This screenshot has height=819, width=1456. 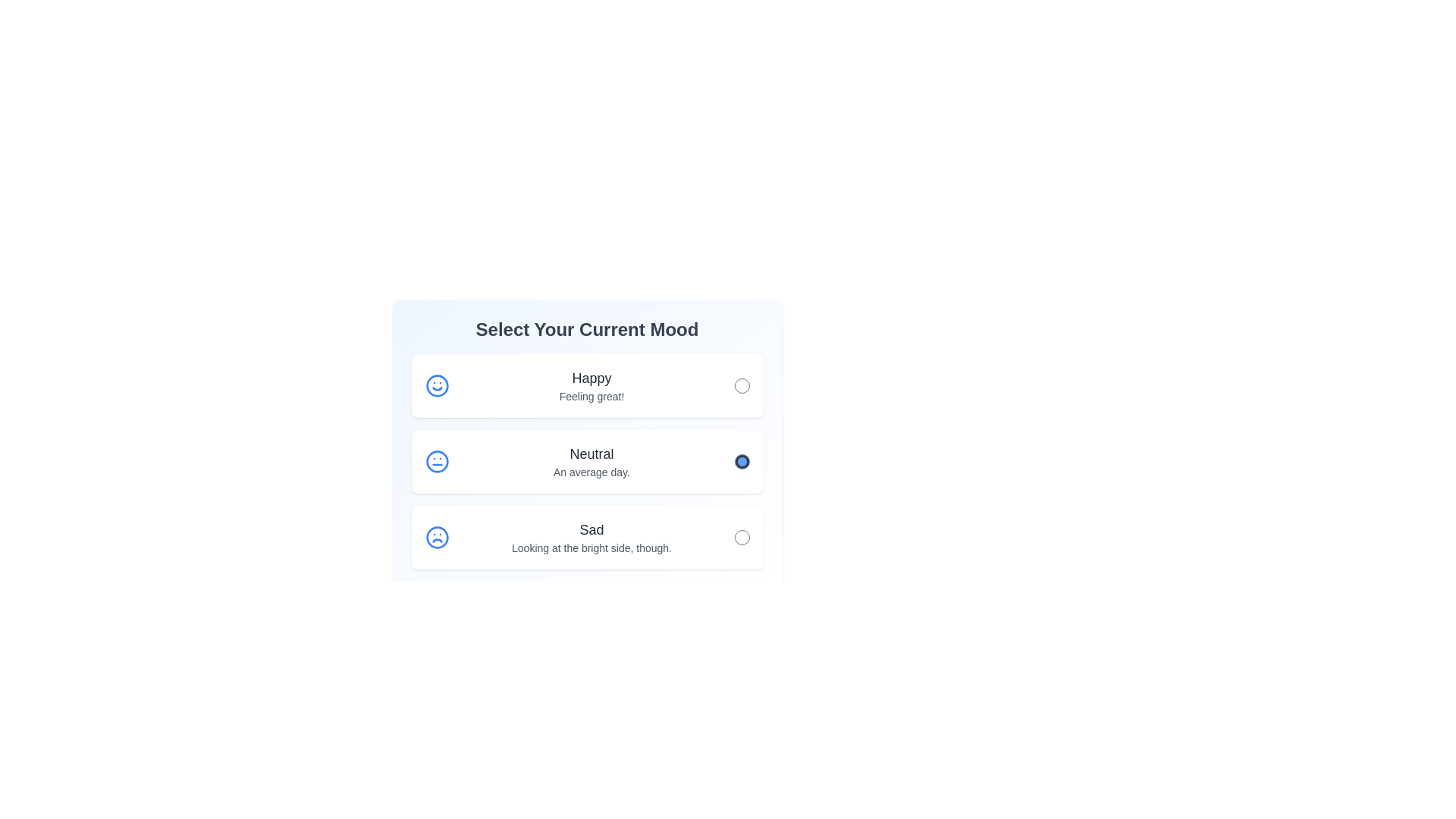 What do you see at coordinates (591, 461) in the screenshot?
I see `the 'Neutral' text label element, which is the second option in a list of mood options, displaying 'Neutral' in dark gray and 'An average day.' in lighter gray` at bounding box center [591, 461].